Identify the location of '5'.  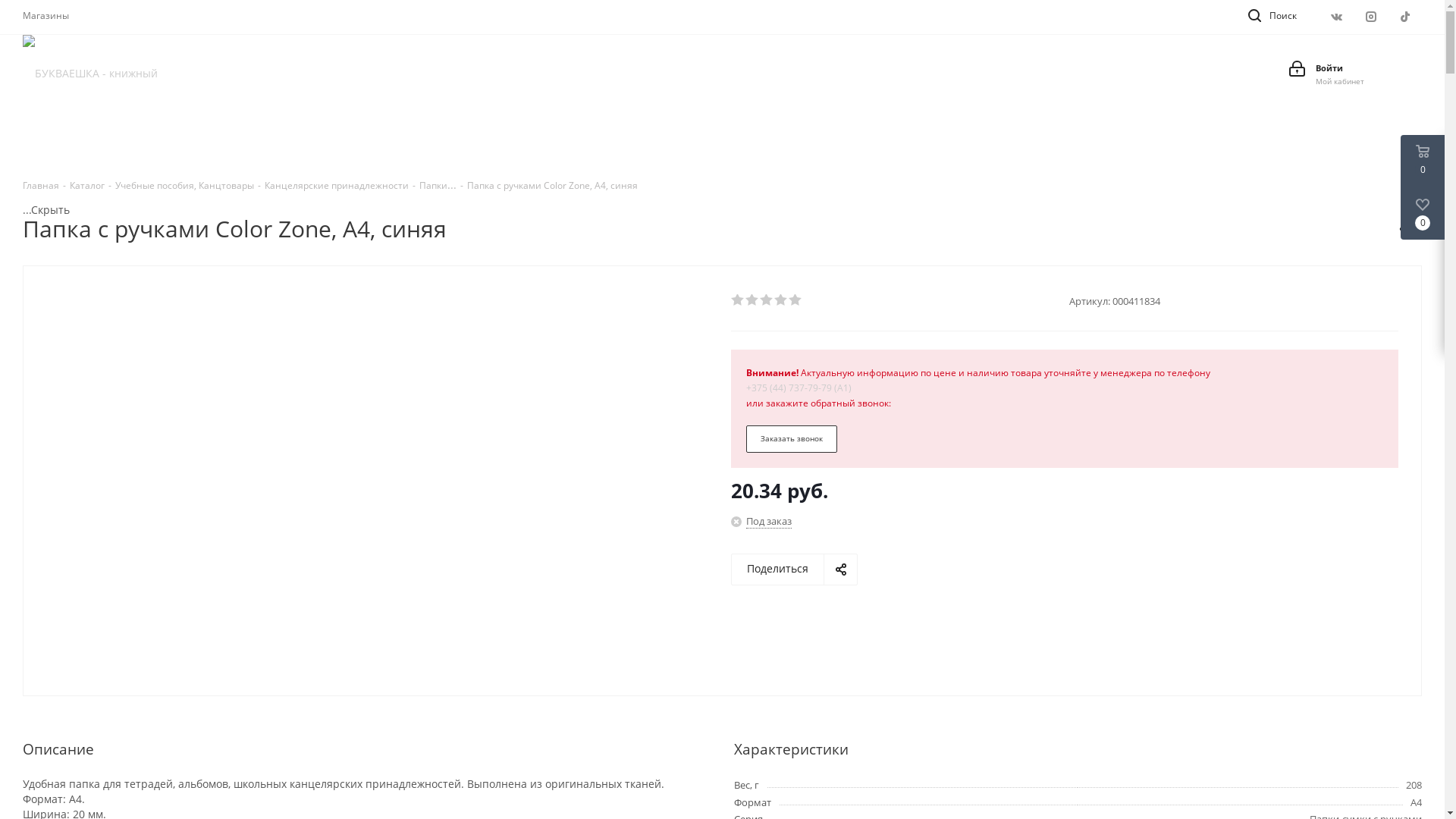
(789, 300).